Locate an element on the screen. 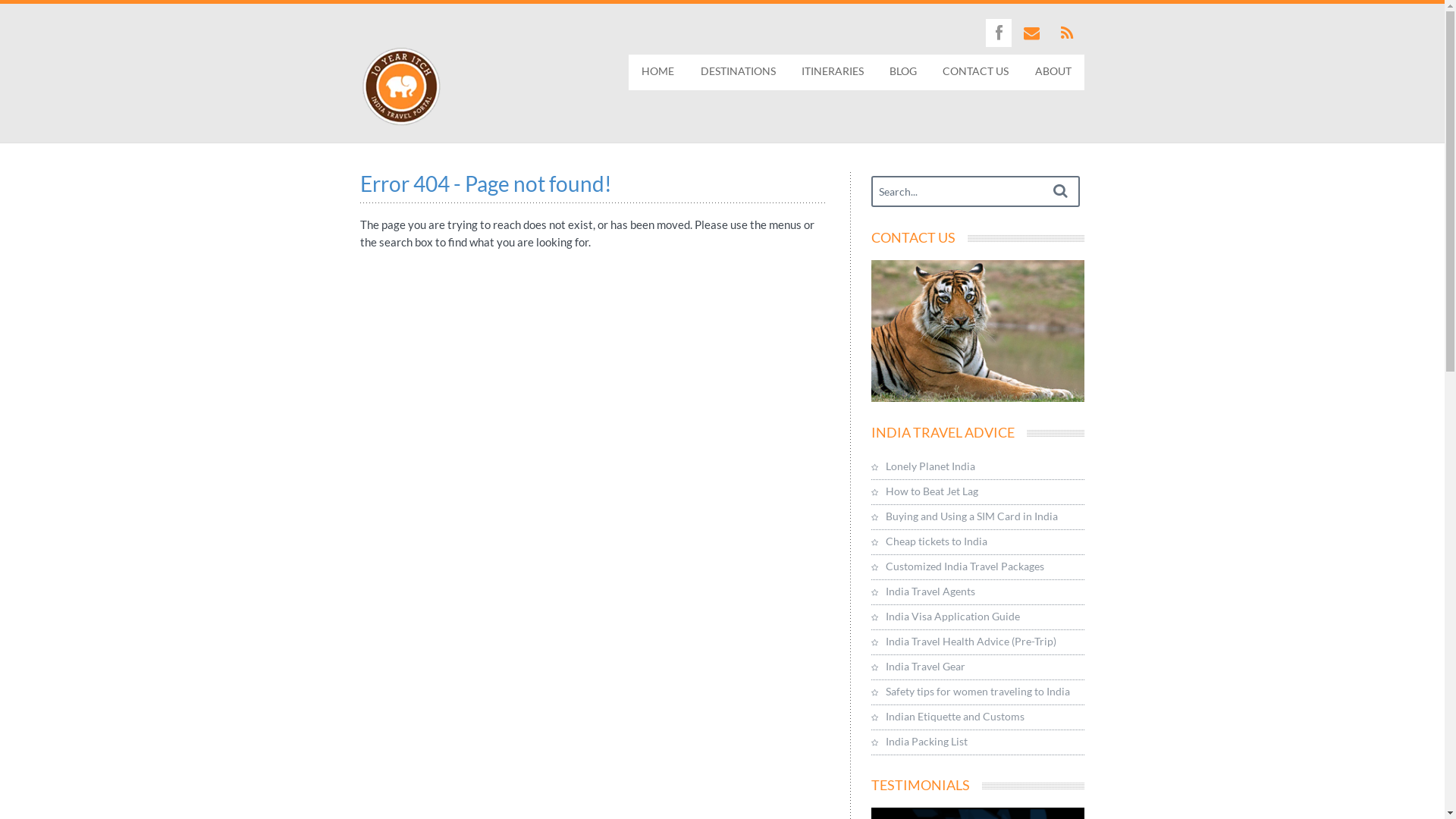 Image resolution: width=1456 pixels, height=819 pixels. 'How to Beat Jet Lag' is located at coordinates (871, 492).